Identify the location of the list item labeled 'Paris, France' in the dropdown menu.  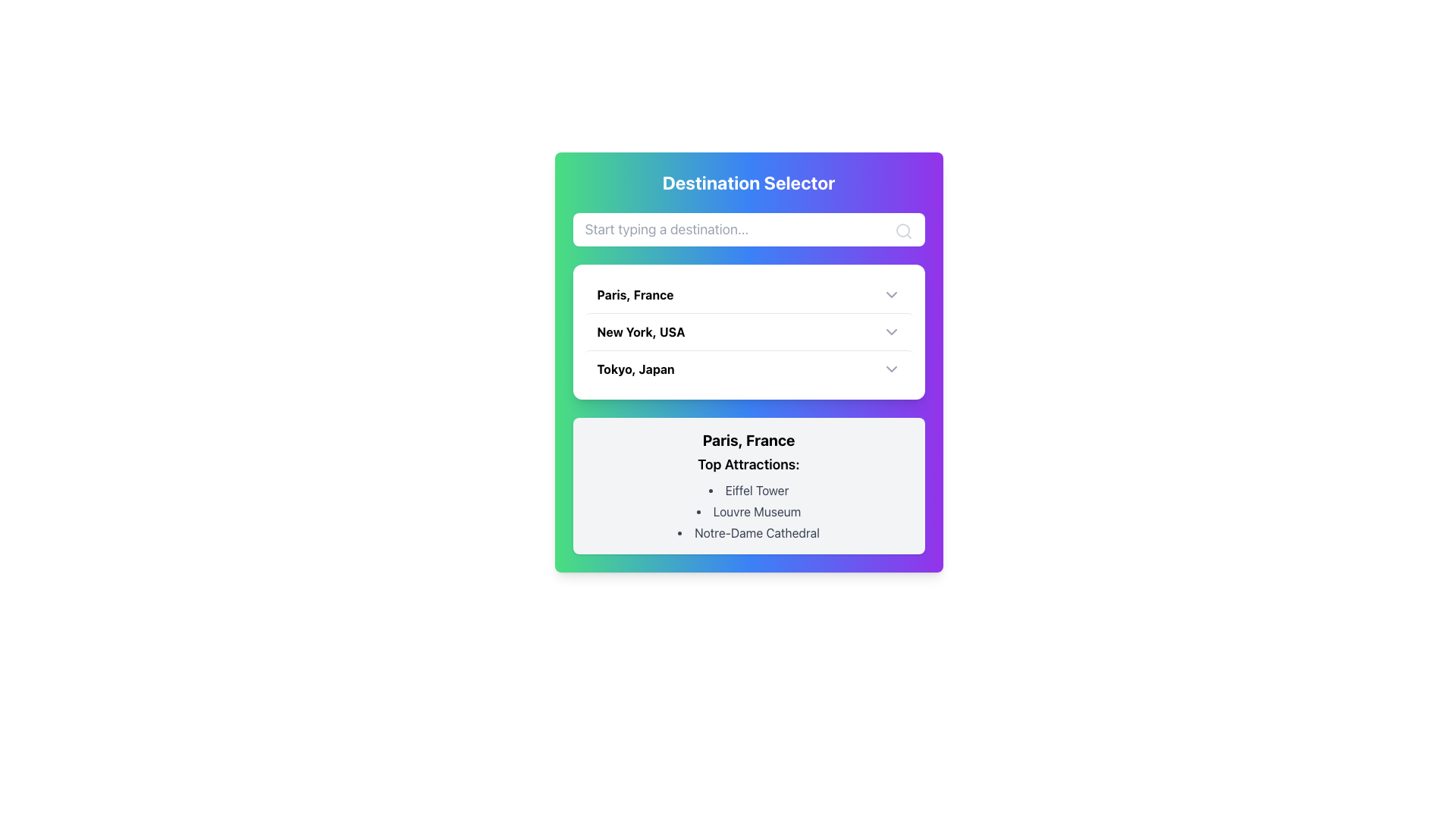
(748, 295).